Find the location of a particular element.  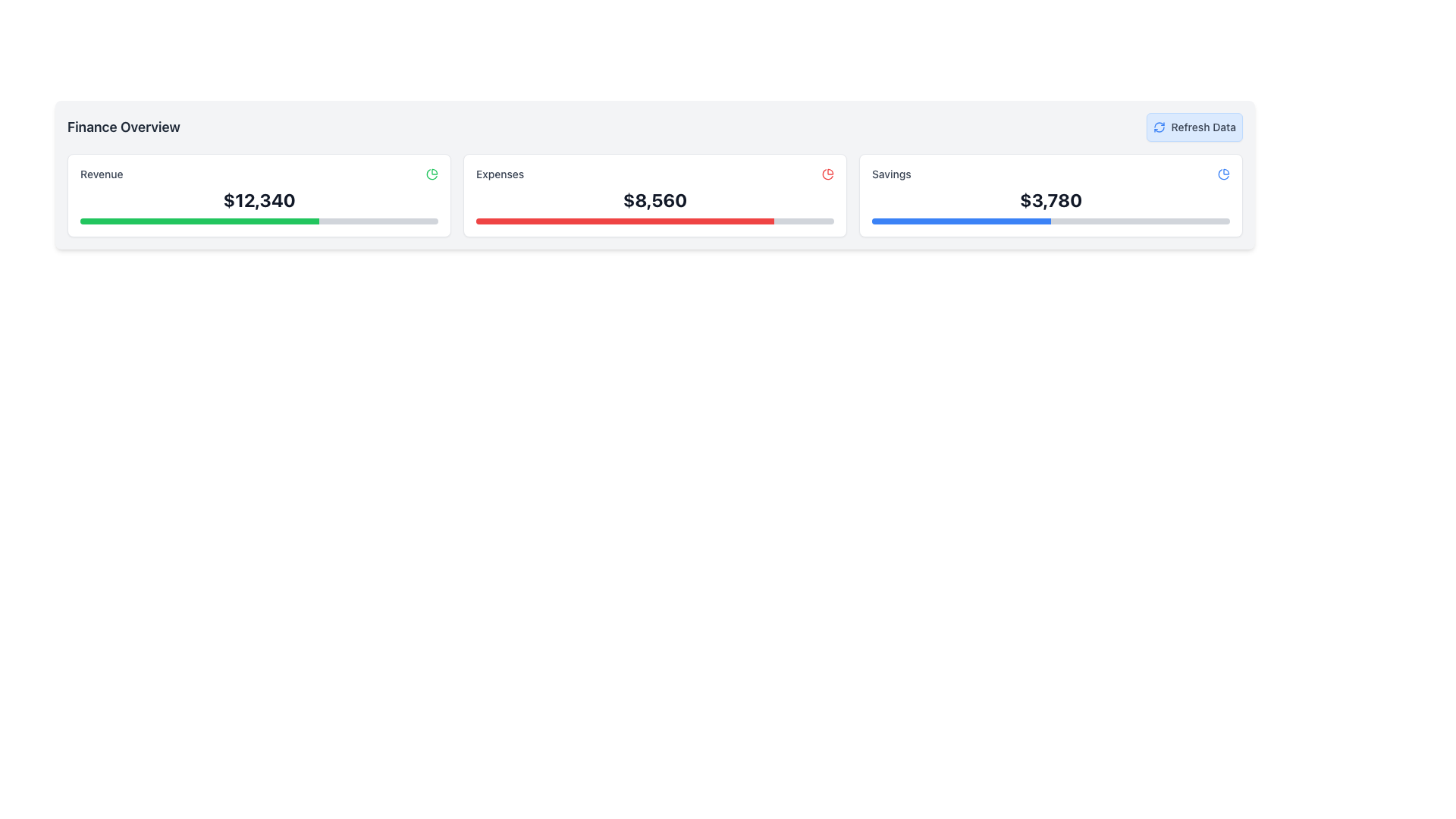

the small red-colored chart icon at the top-right corner of the 'Expenses' section, which resembles a pie chart is located at coordinates (827, 174).